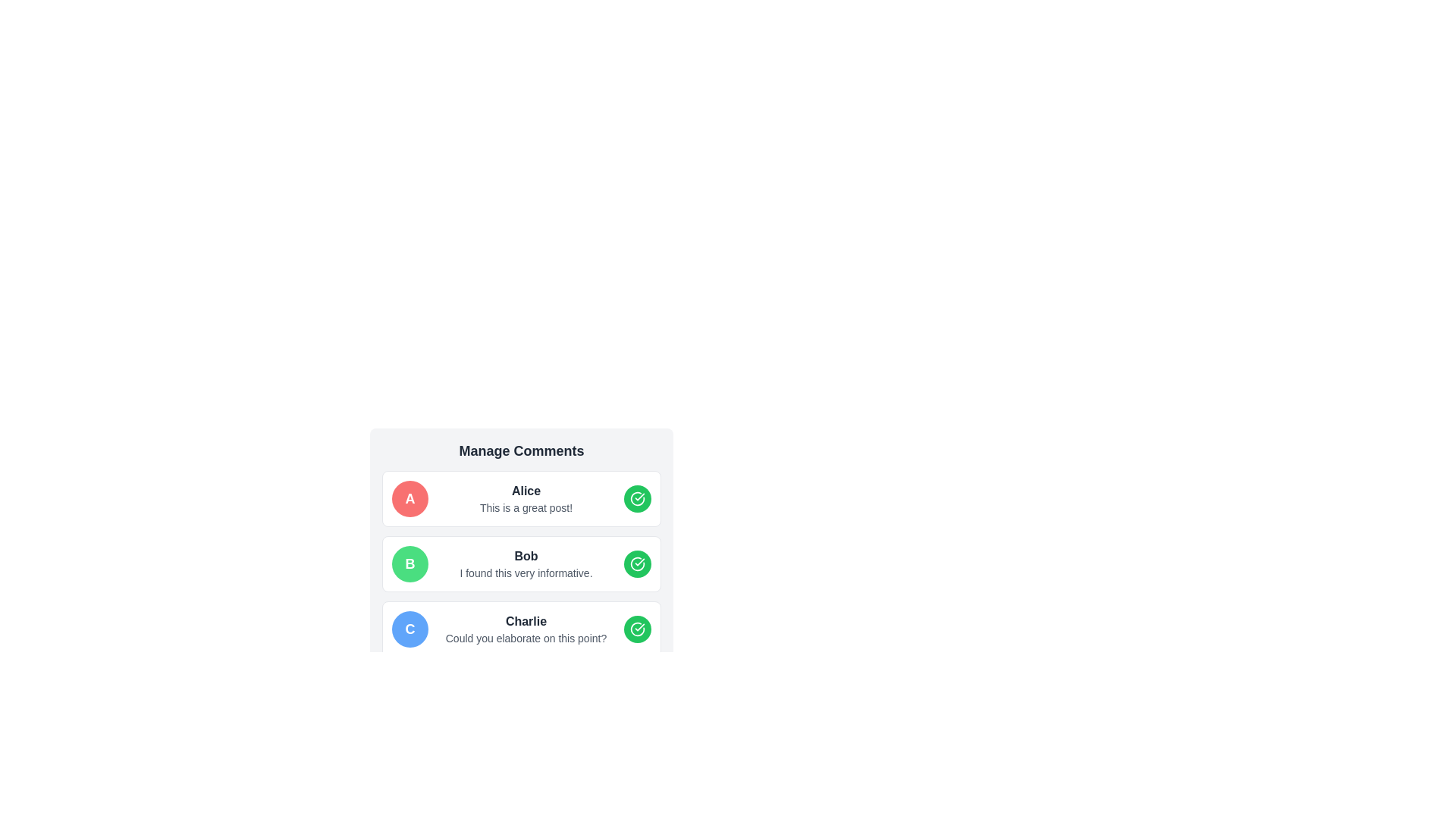 This screenshot has width=1456, height=819. I want to click on the header or title text of the comment management section, which is located at the top-center of the light gray panel containing comment entries, so click(521, 450).